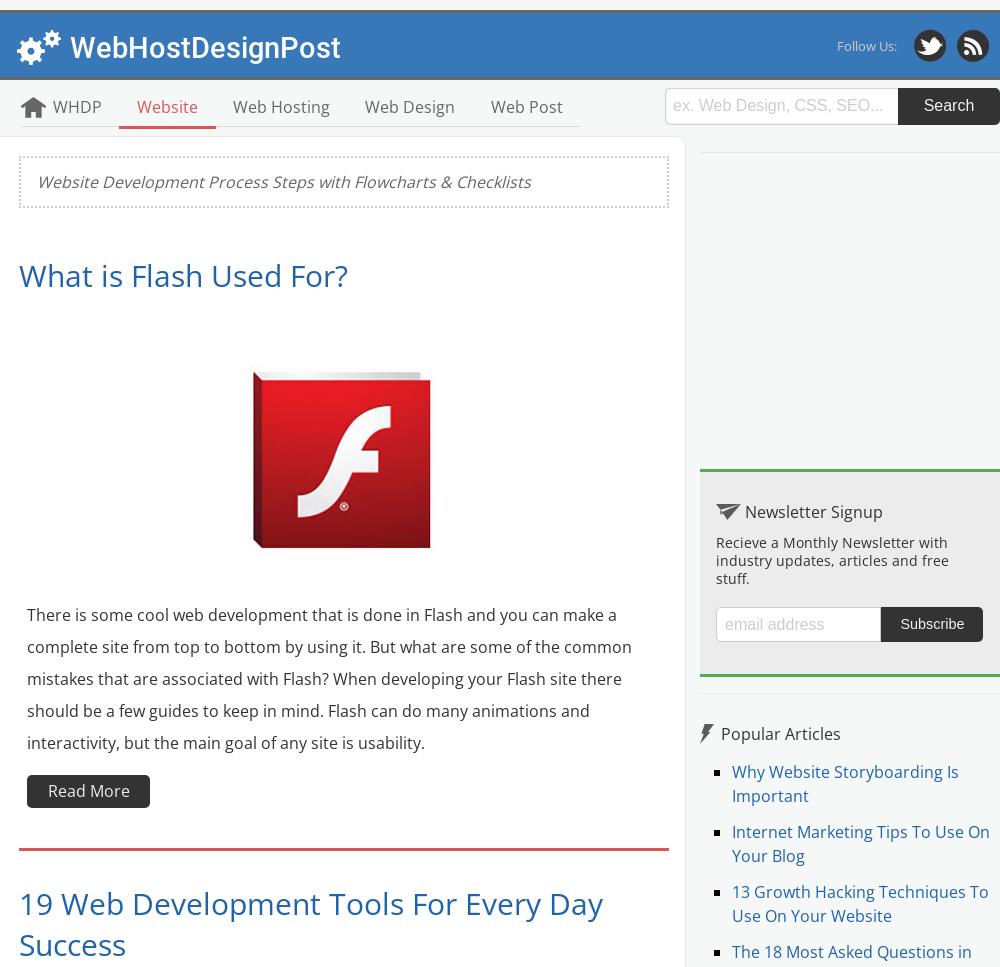 This screenshot has height=967, width=1000. What do you see at coordinates (859, 904) in the screenshot?
I see `'13 Growth Hacking Techniques To Use On Your Website'` at bounding box center [859, 904].